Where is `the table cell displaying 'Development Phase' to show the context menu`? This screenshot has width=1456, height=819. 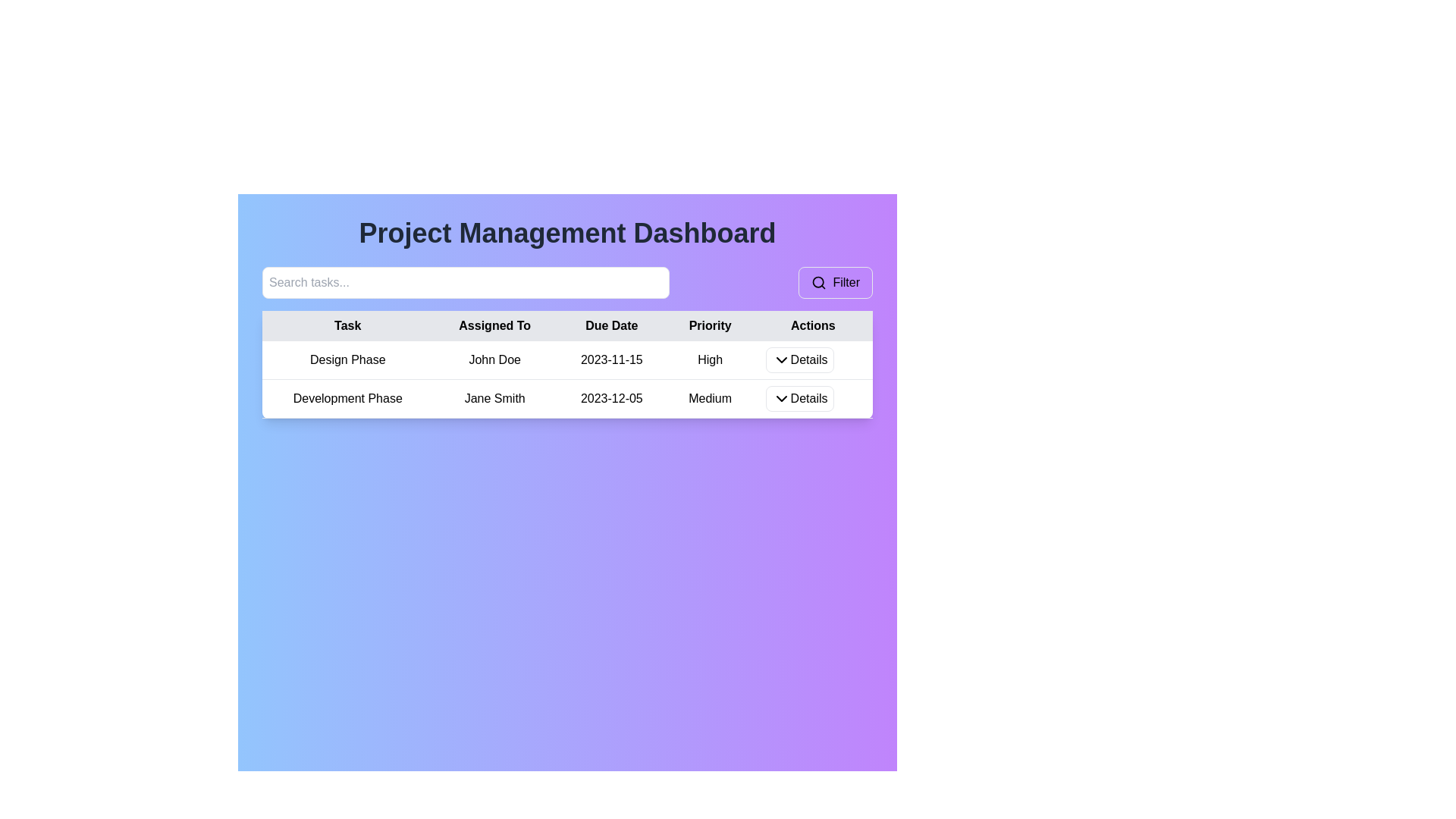
the table cell displaying 'Development Phase' to show the context menu is located at coordinates (347, 397).